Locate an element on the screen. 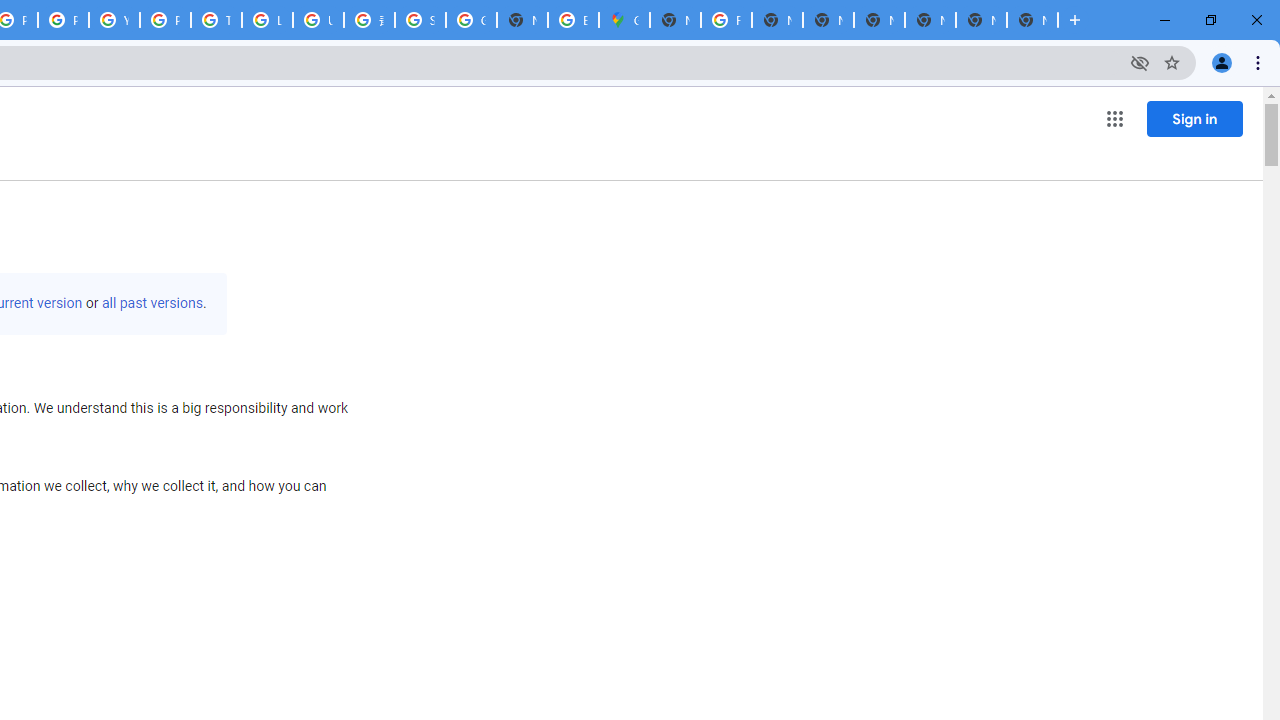 This screenshot has width=1280, height=720. 'Explore new street-level details - Google Maps Help' is located at coordinates (572, 20).